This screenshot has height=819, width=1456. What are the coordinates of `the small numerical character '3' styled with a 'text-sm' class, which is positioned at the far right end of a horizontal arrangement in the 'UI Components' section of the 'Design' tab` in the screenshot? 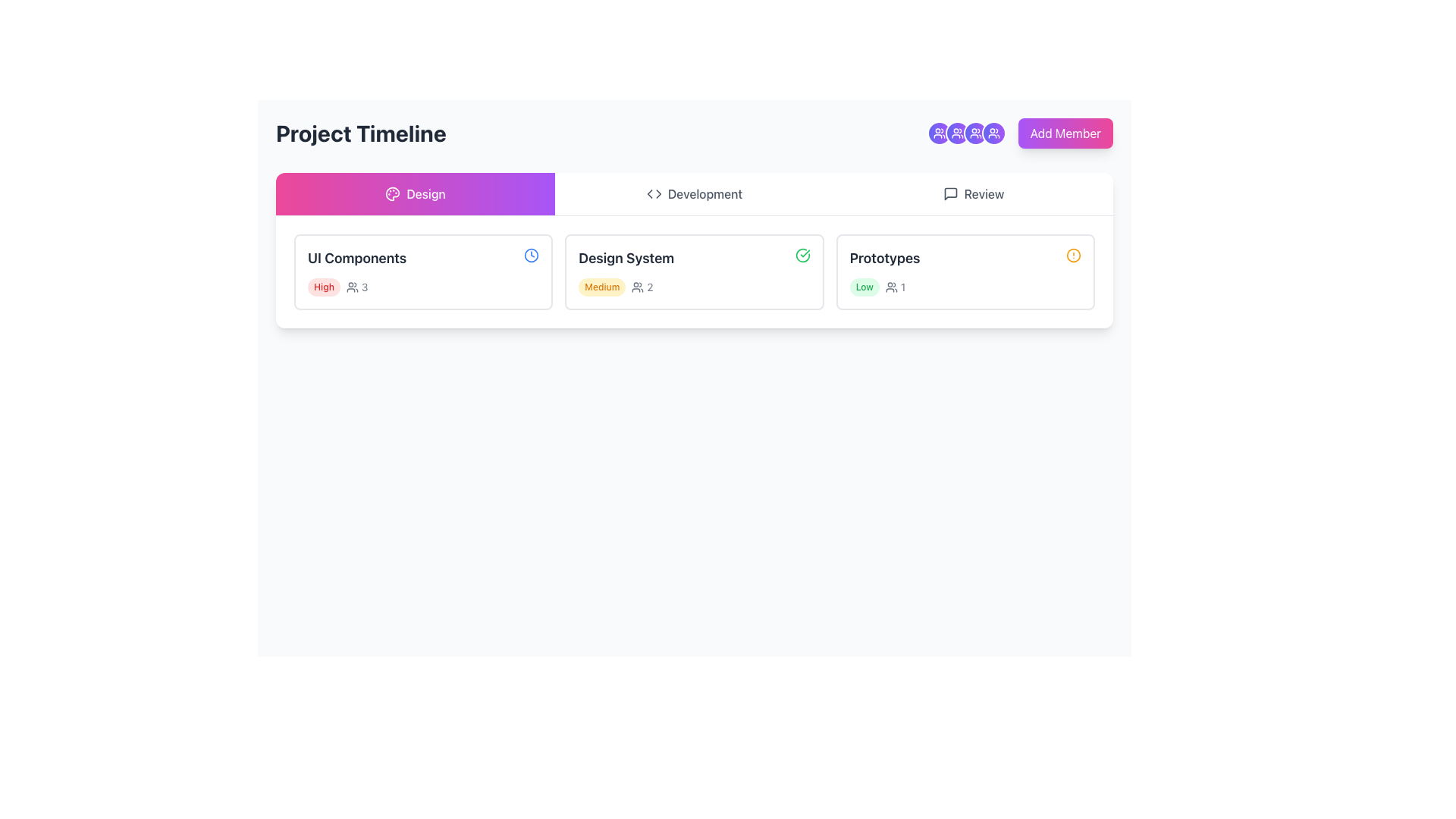 It's located at (365, 287).